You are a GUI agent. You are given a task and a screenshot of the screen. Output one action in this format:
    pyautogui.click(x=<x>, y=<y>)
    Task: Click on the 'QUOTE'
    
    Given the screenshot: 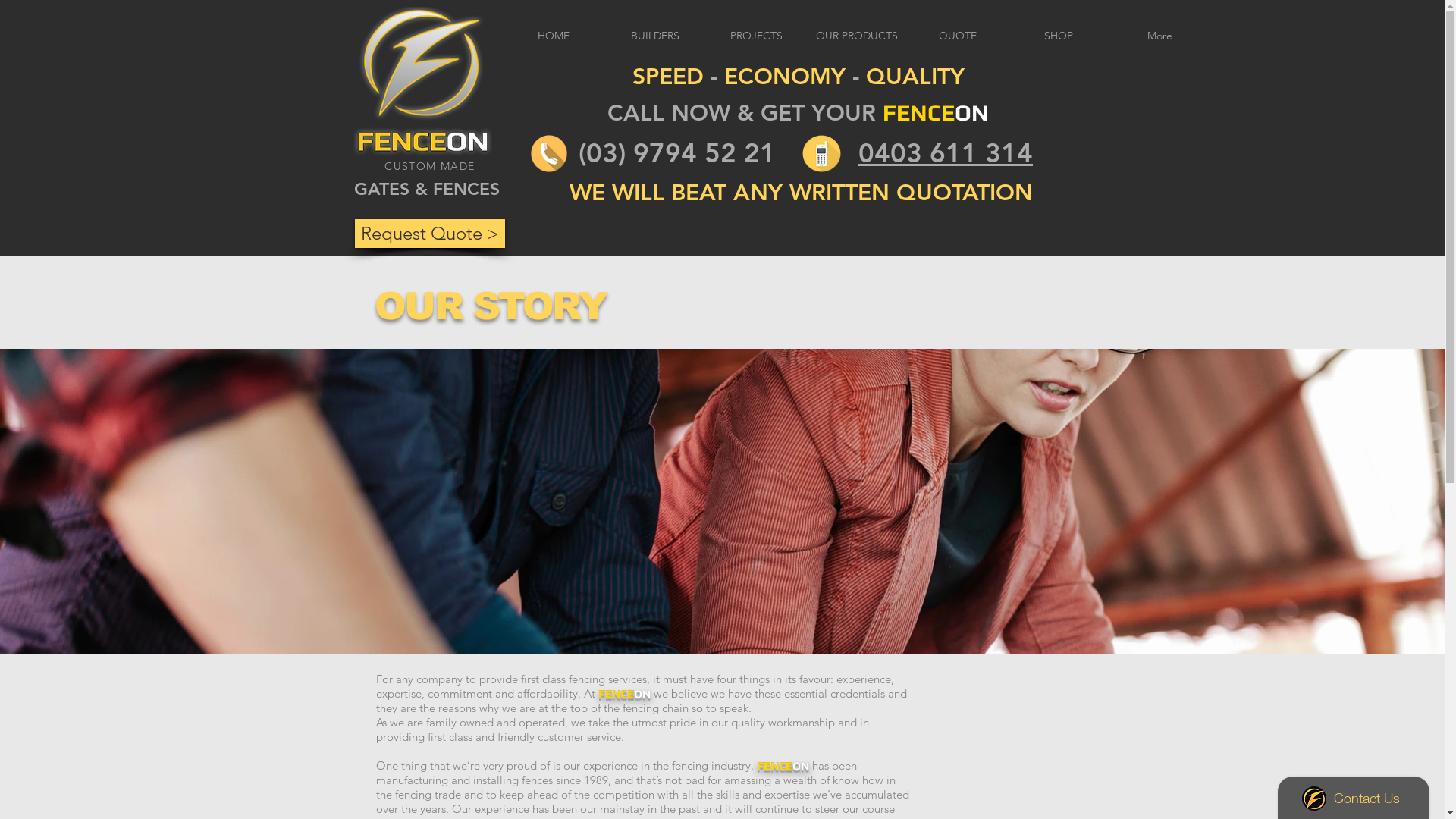 What is the action you would take?
    pyautogui.click(x=956, y=29)
    